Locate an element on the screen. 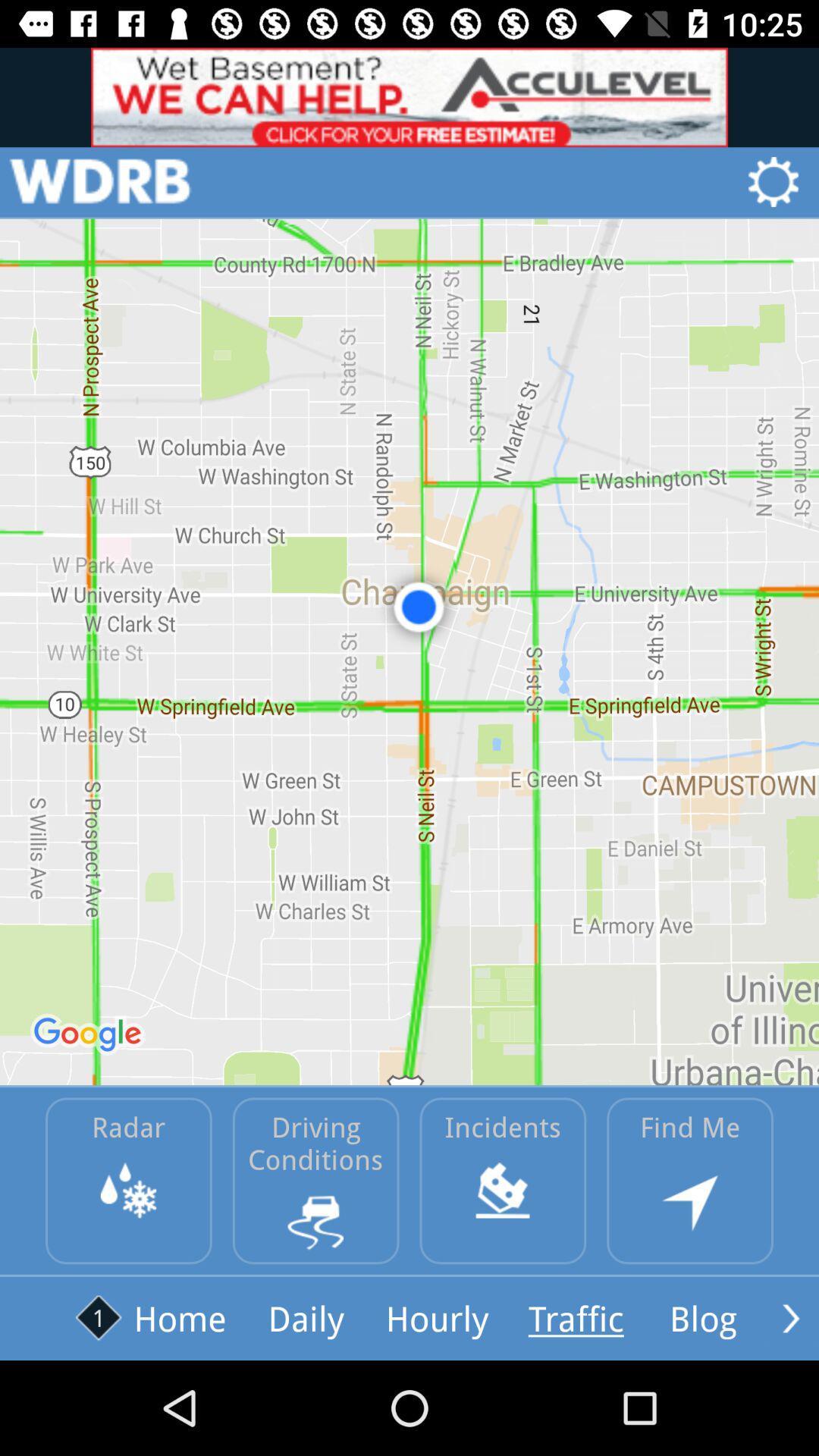  the menu icon is located at coordinates (99, 182).